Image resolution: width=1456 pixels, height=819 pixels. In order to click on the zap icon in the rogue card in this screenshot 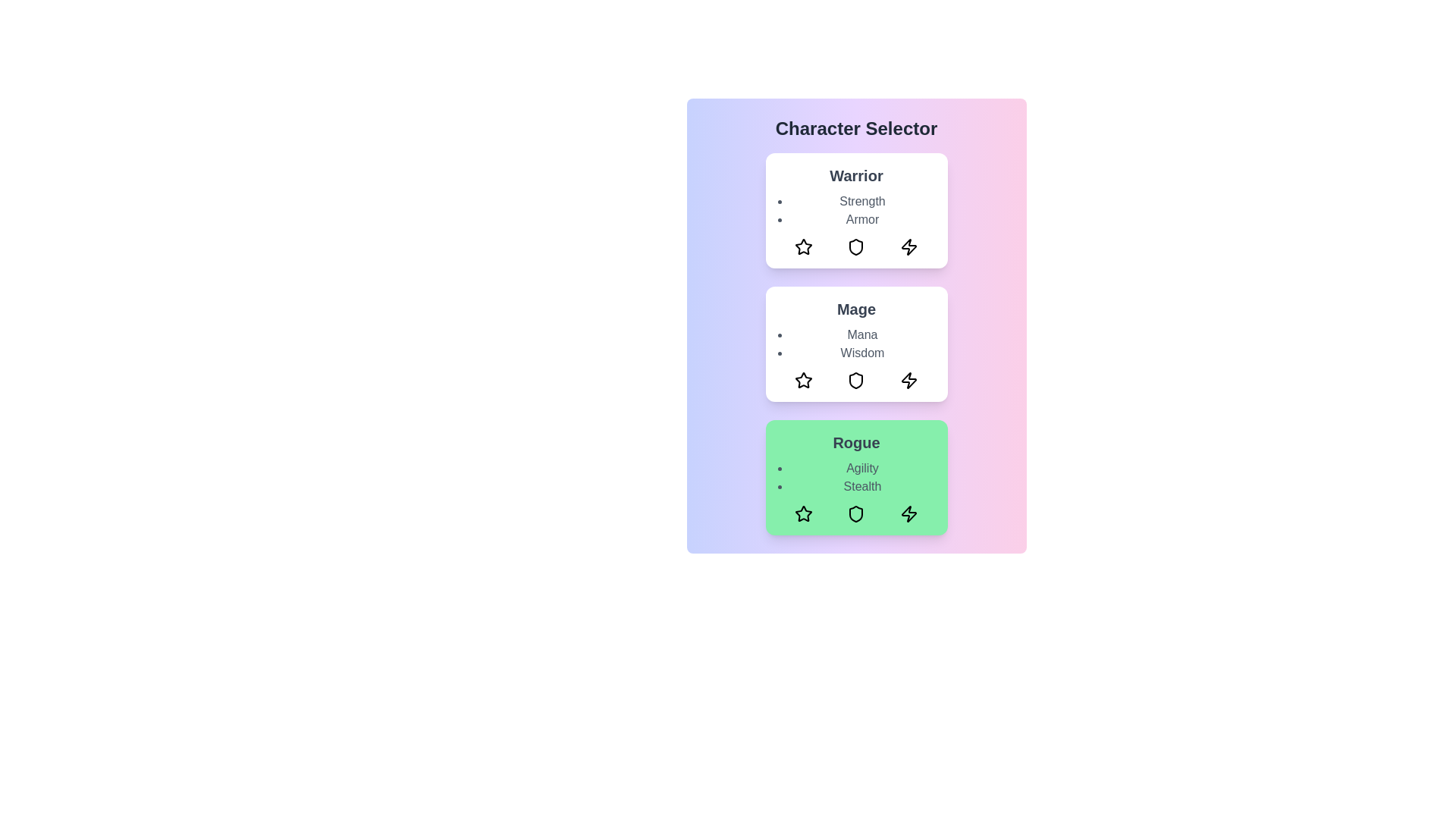, I will do `click(908, 513)`.